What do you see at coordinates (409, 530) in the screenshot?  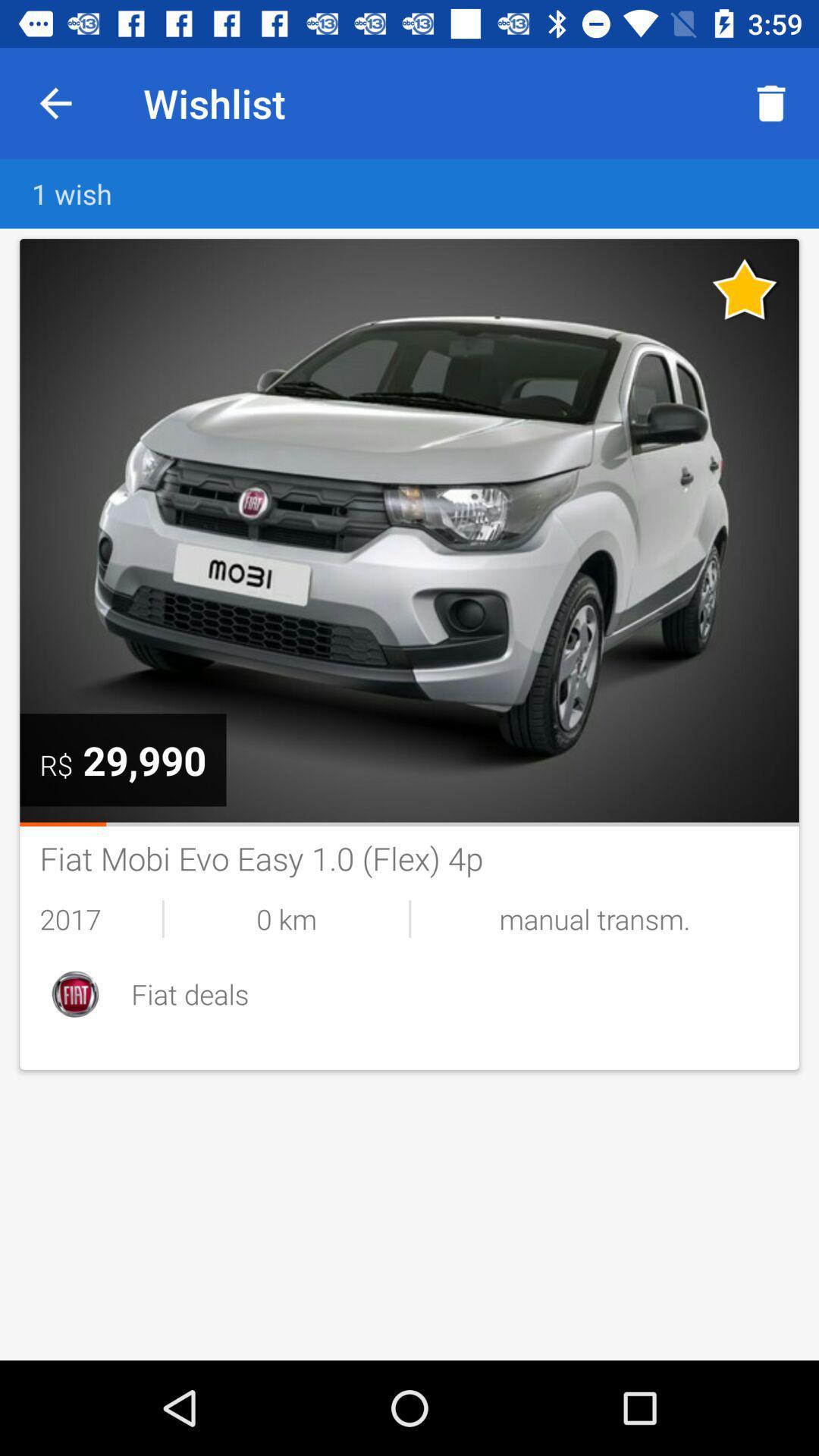 I see `the item below 1 wish icon` at bounding box center [409, 530].